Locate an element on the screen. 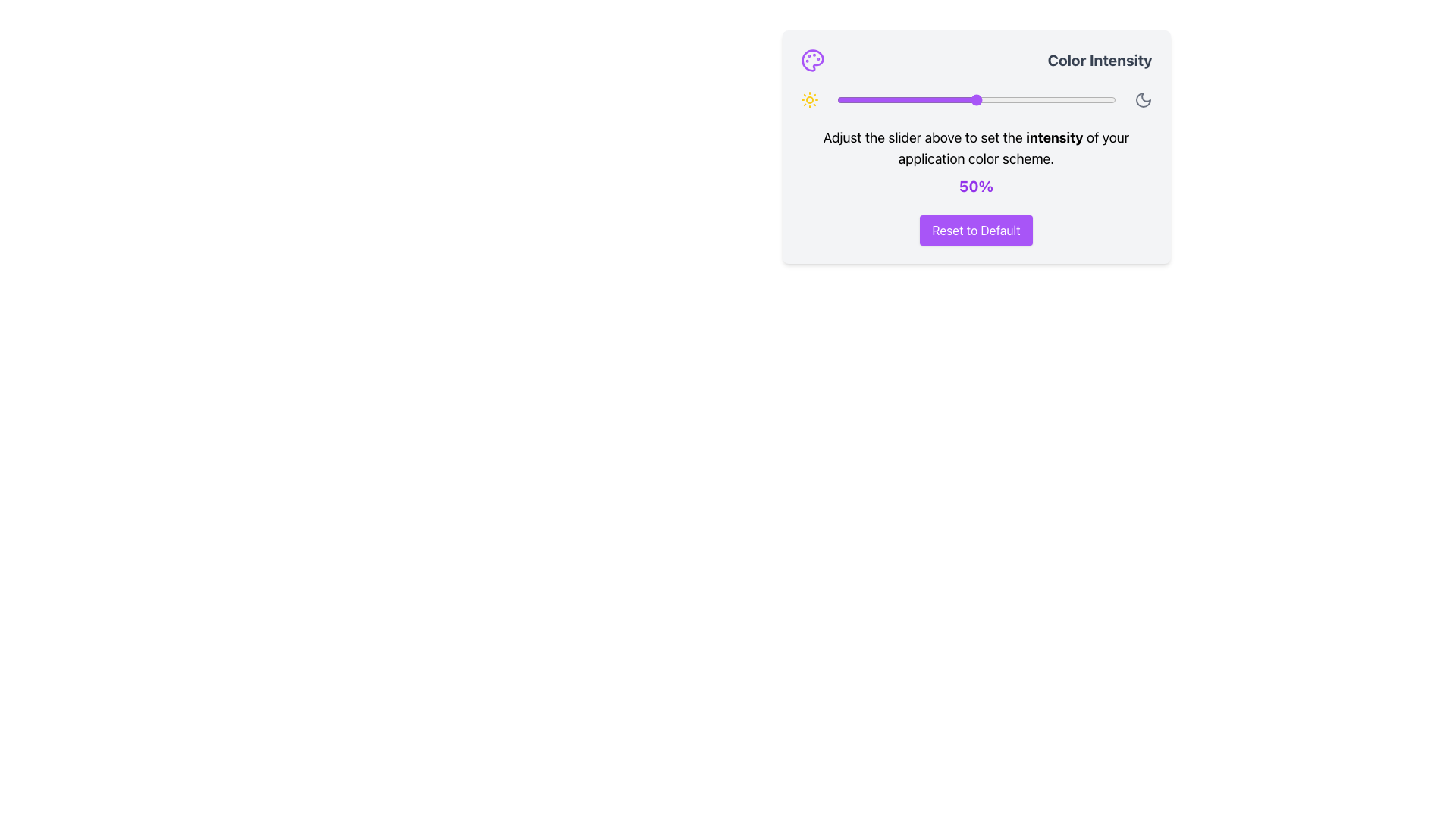  the color intensity is located at coordinates (942, 99).